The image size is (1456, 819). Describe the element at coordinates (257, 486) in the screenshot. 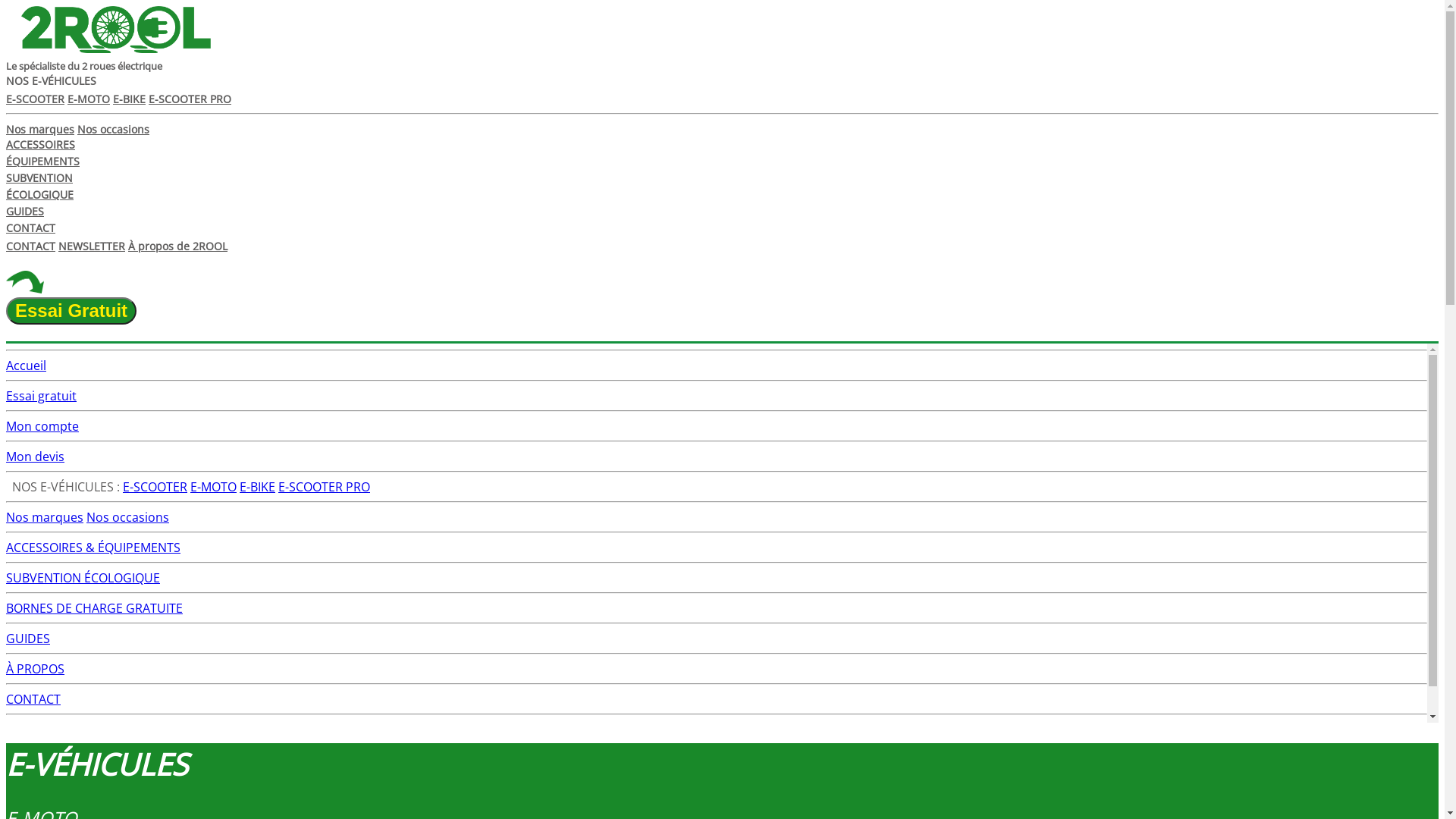

I see `'E-BIKE'` at that location.